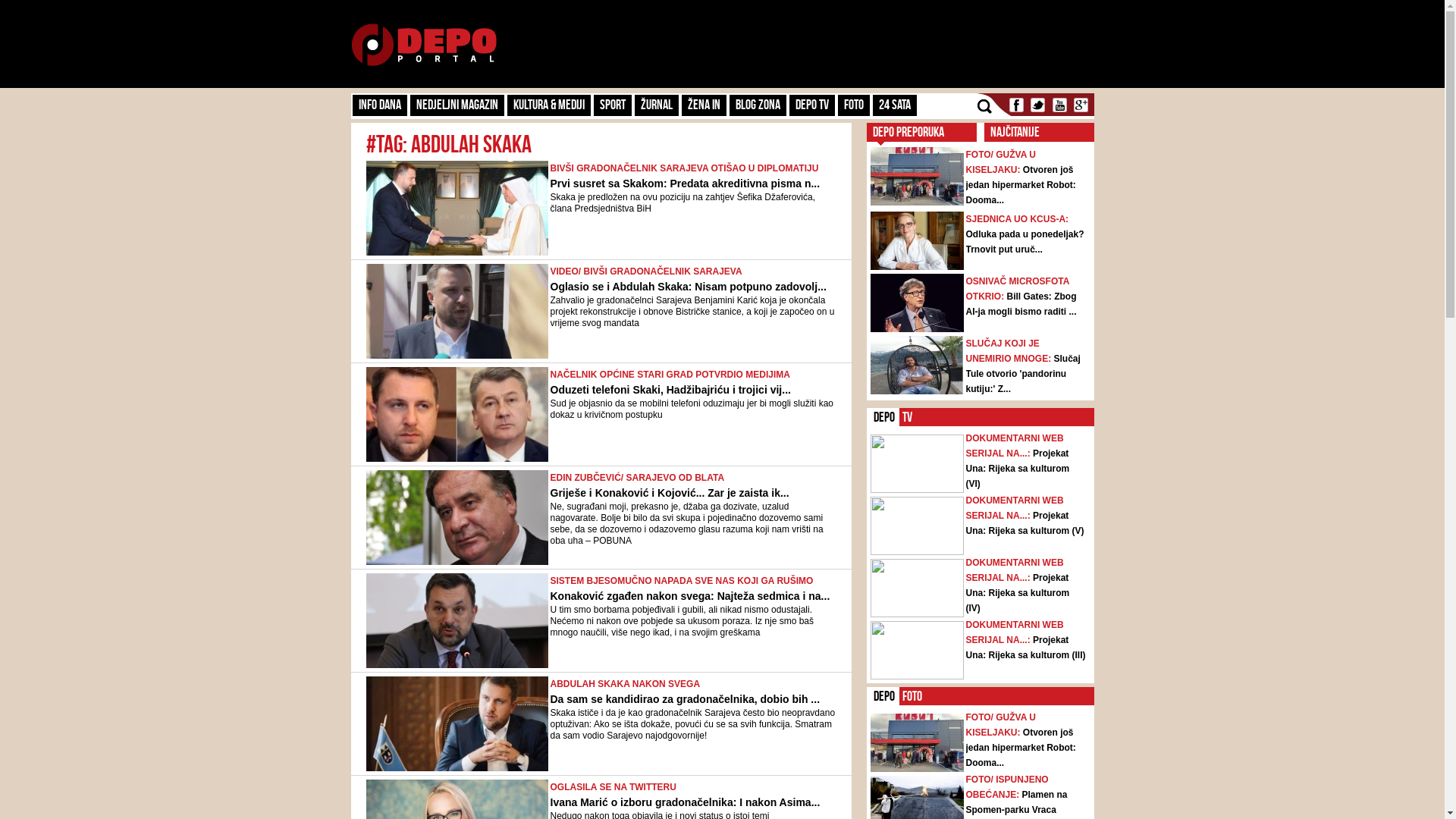  I want to click on 'Kultura & Mediji', so click(548, 104).